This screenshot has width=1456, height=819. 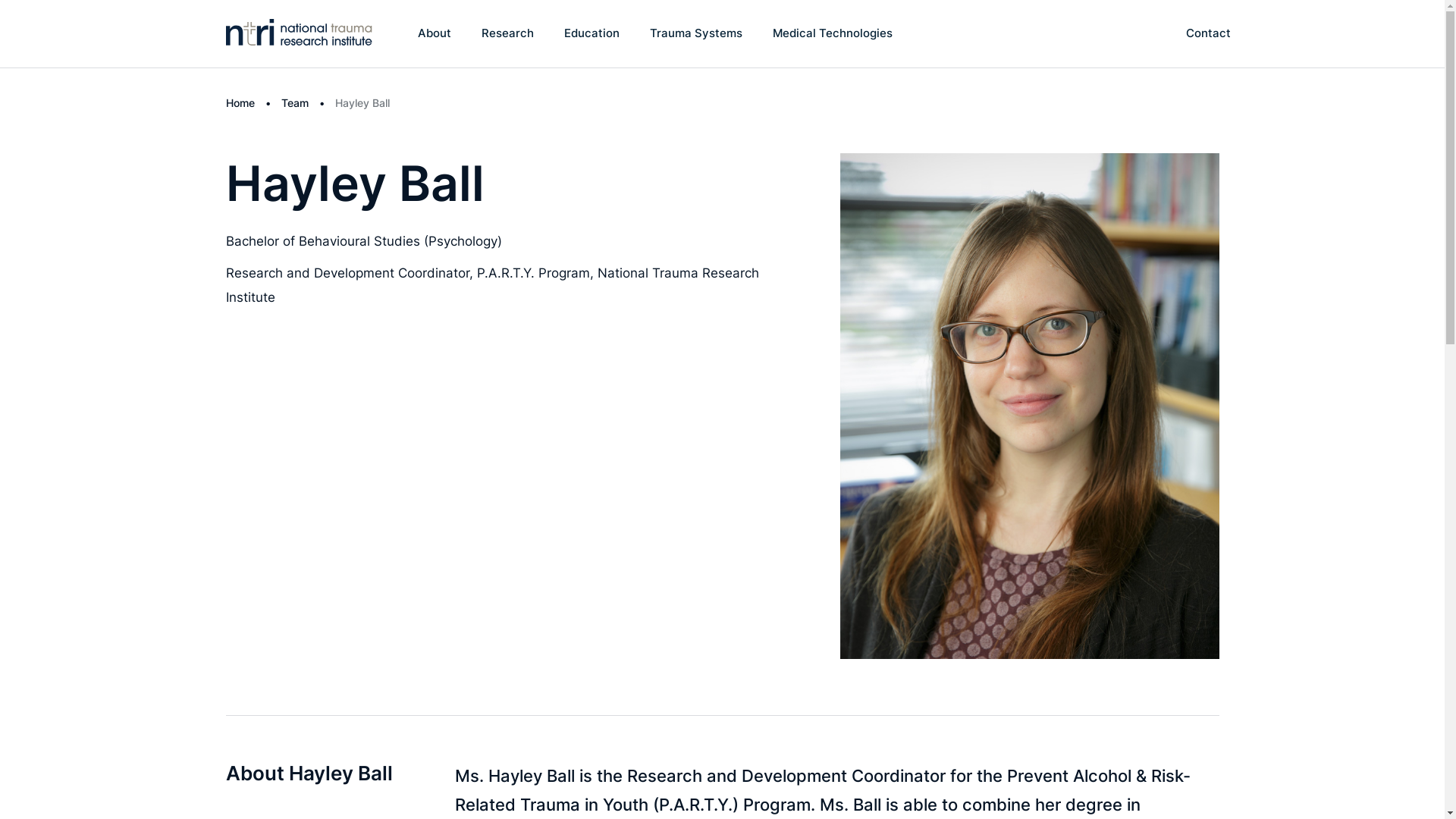 I want to click on 'Team', so click(x=280, y=102).